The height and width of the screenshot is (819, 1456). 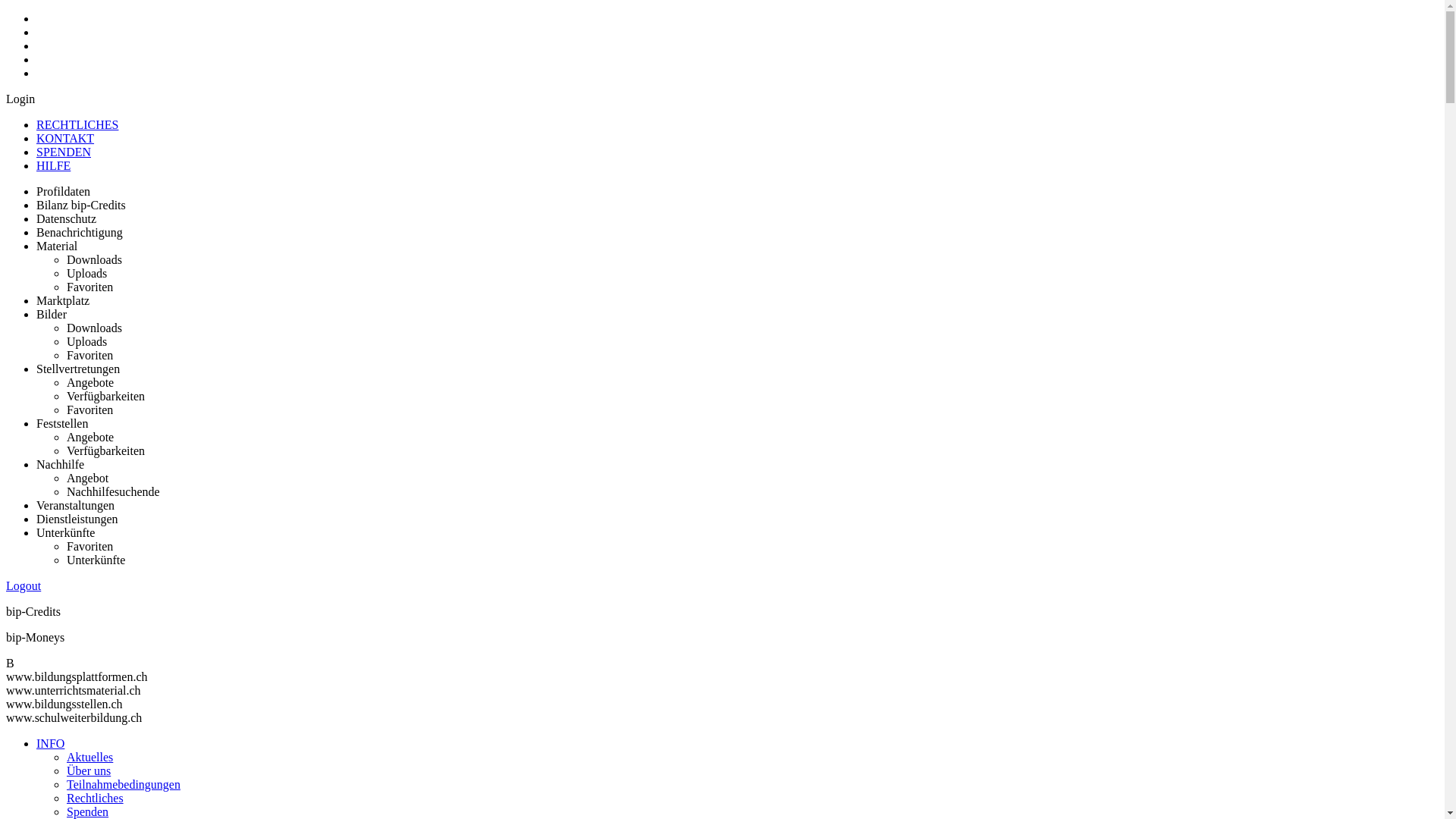 What do you see at coordinates (57, 245) in the screenshot?
I see `'Material'` at bounding box center [57, 245].